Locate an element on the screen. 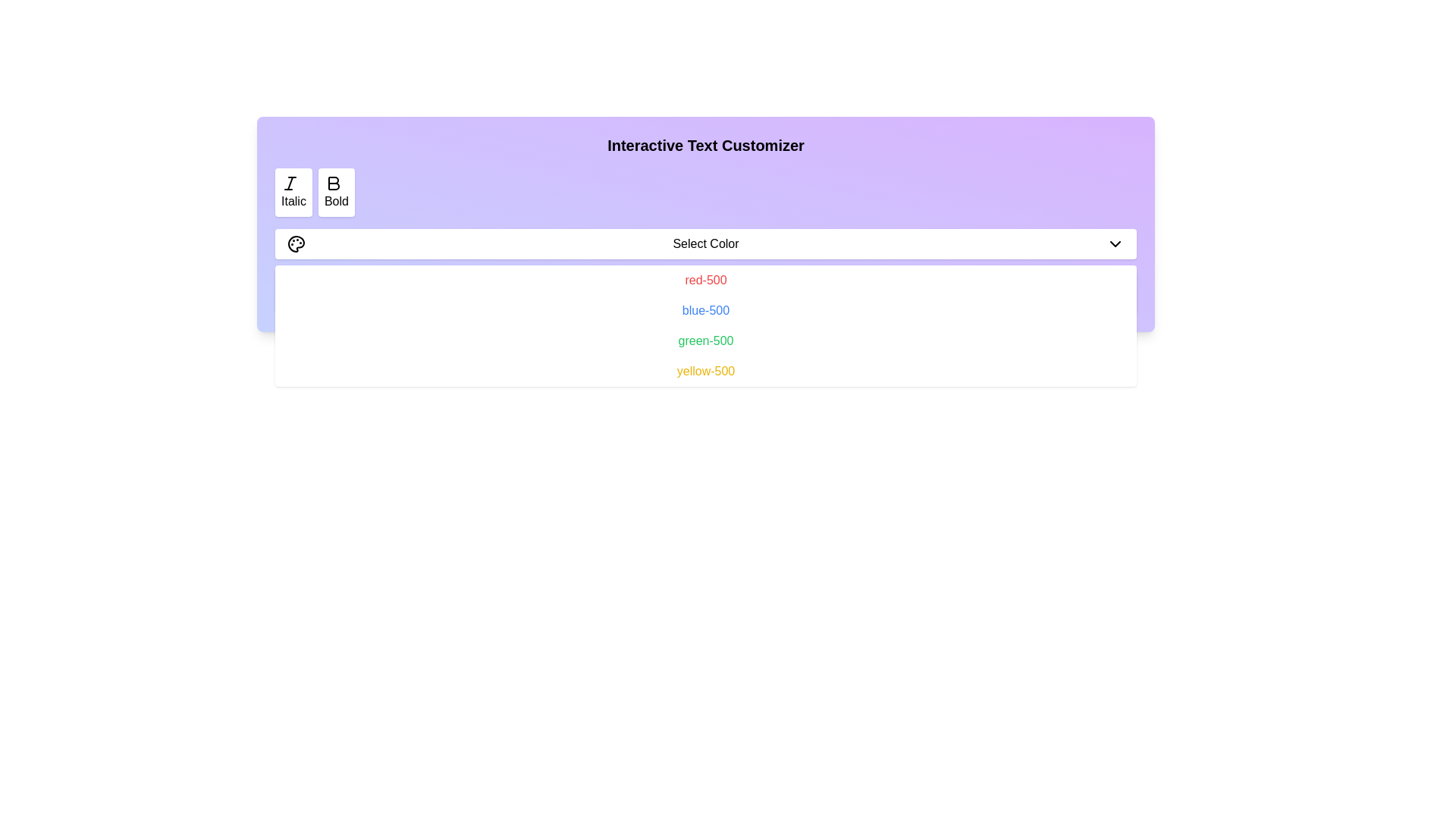 This screenshot has height=819, width=1456. the Italic Icon located next to the Bold button on the top-left side of the interface is located at coordinates (290, 183).